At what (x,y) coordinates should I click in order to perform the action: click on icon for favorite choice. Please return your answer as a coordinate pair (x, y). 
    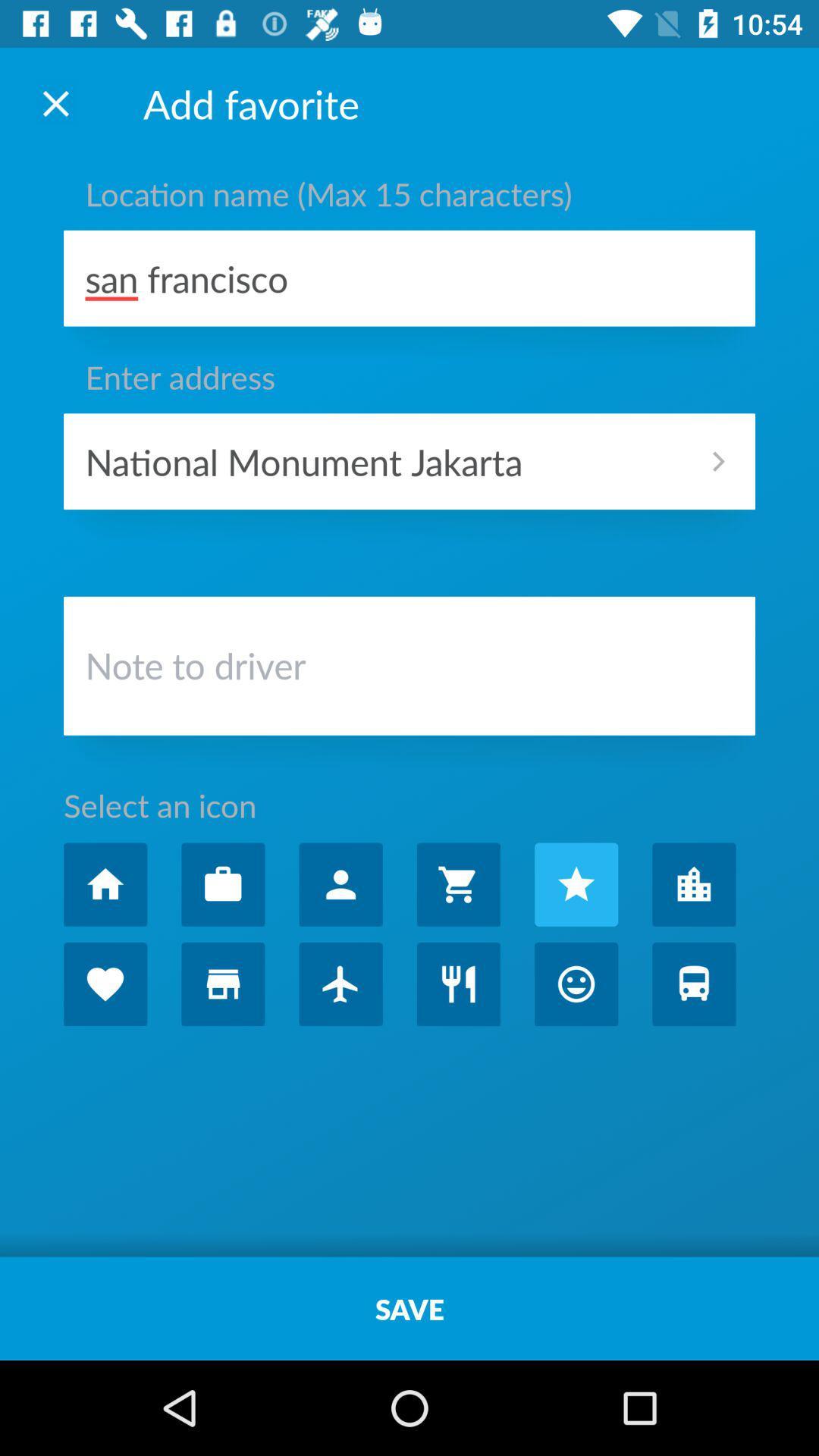
    Looking at the image, I should click on (576, 884).